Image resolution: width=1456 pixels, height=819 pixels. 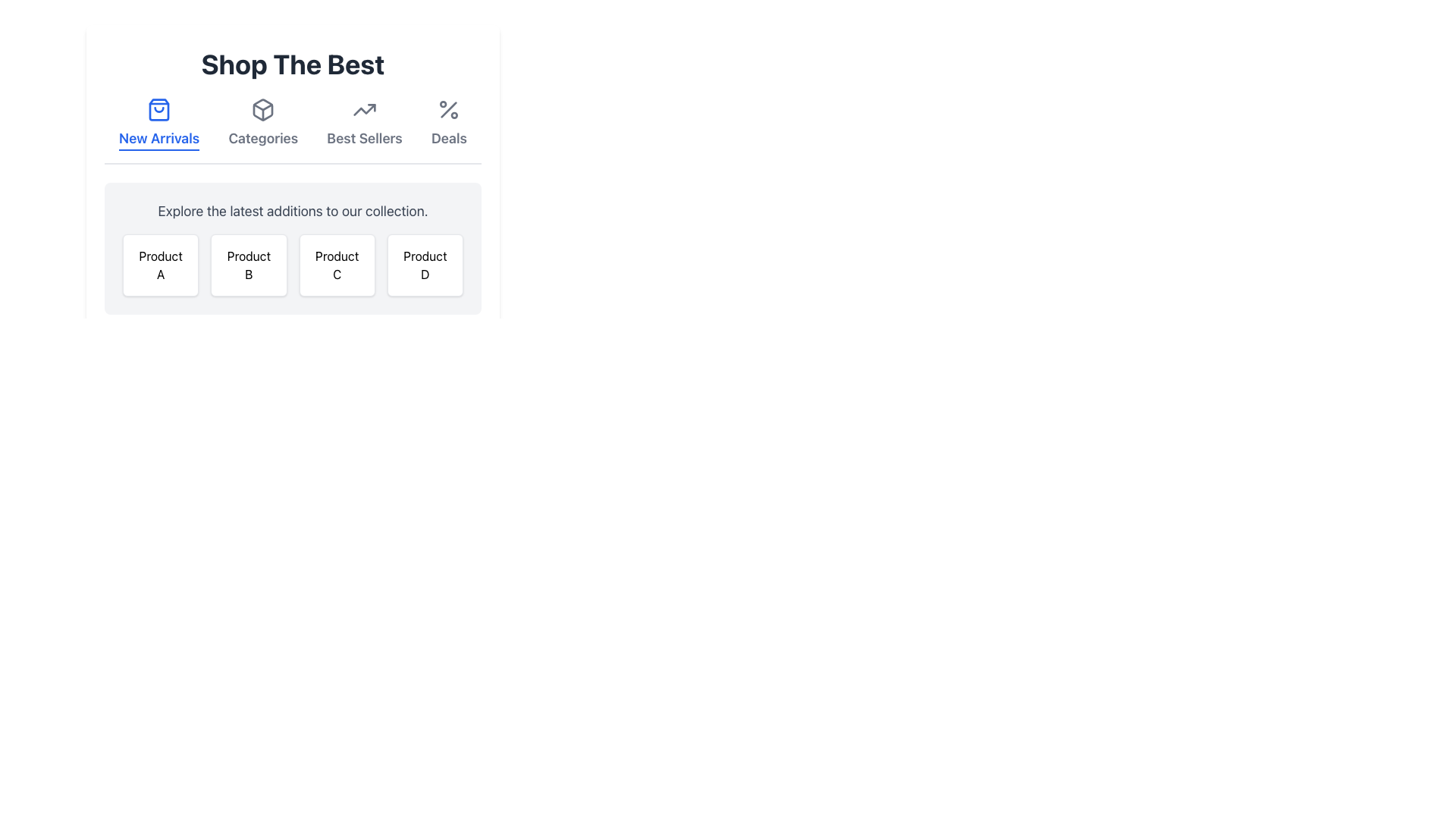 I want to click on the first clickable menu item with an icon and label under the heading 'Shop The Best', so click(x=159, y=124).